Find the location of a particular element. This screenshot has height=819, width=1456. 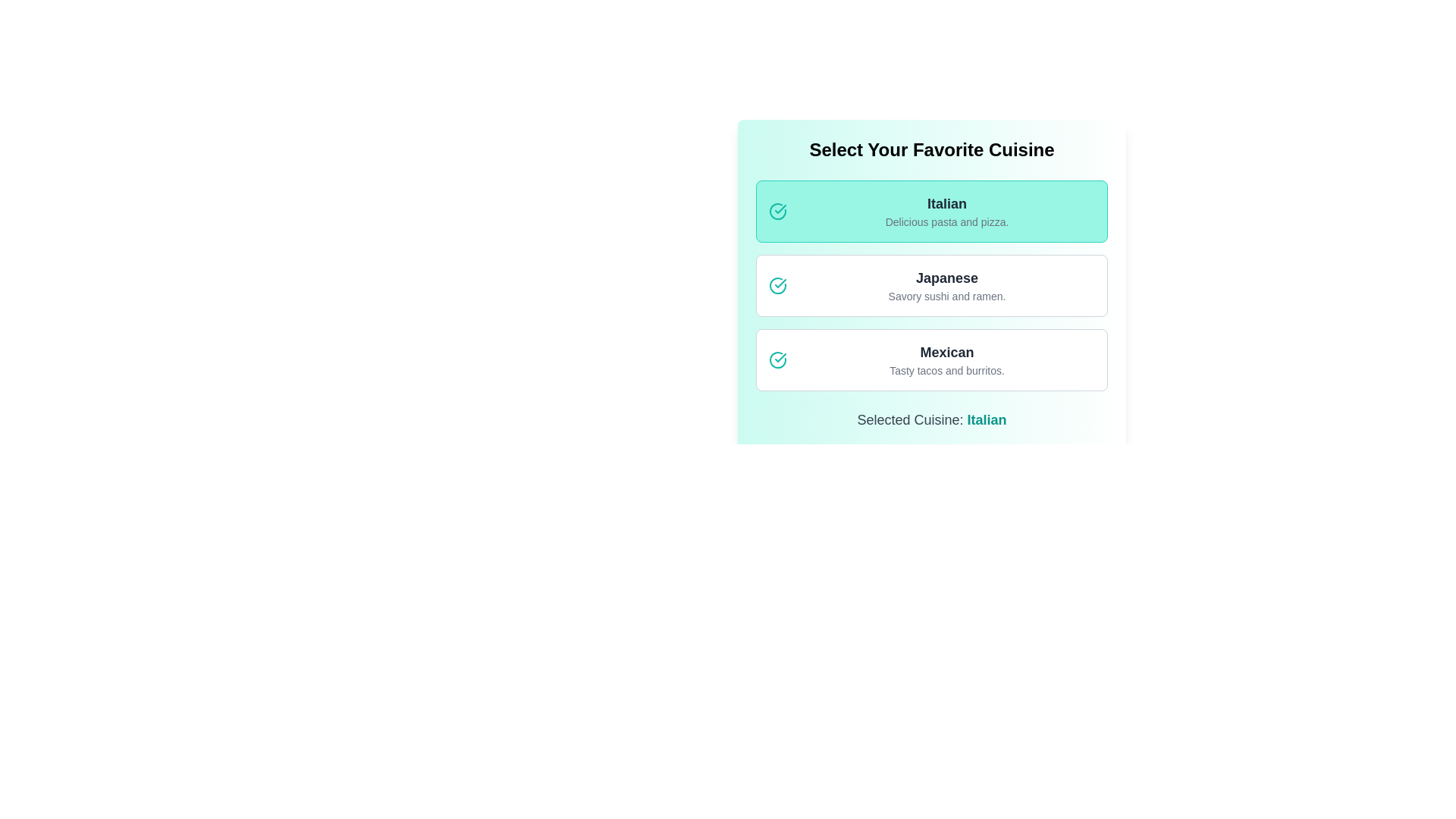

the 'Italian' cuisine label, which is the first line of text in the highlighted 'Italian' cuisine selector box located in the upper-middle section of the interface is located at coordinates (946, 203).